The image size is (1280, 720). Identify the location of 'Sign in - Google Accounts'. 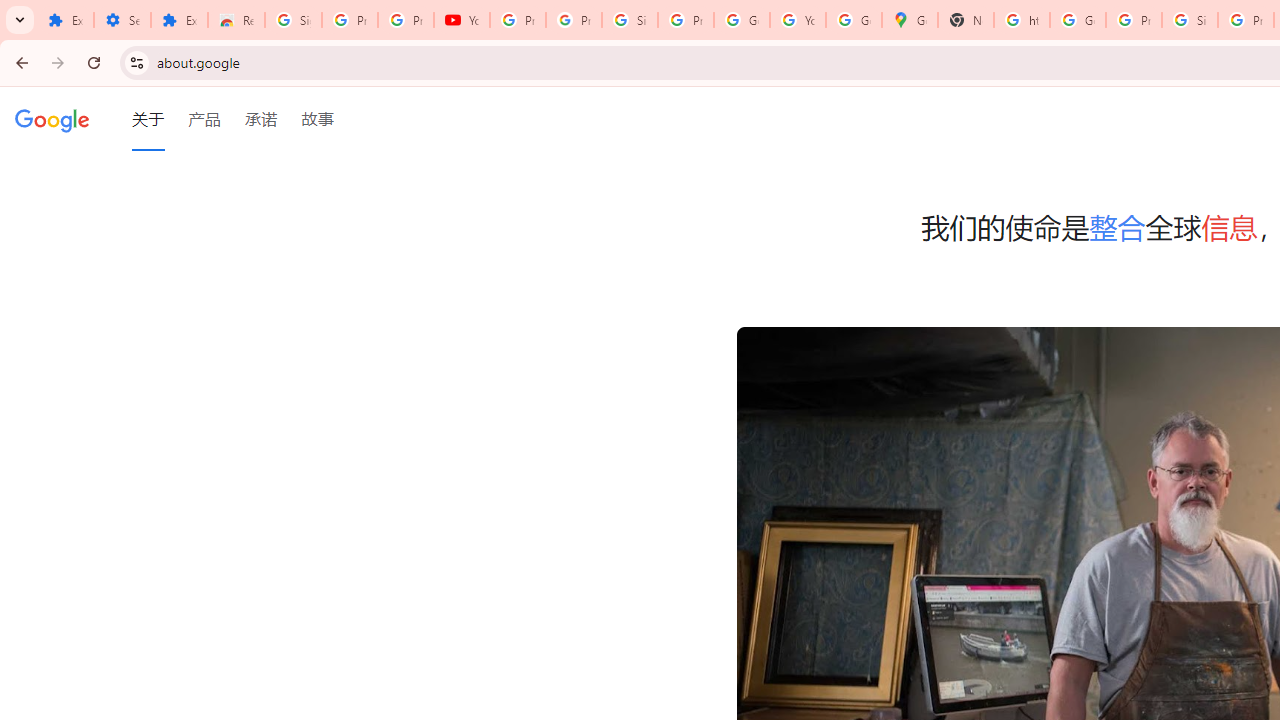
(1190, 20).